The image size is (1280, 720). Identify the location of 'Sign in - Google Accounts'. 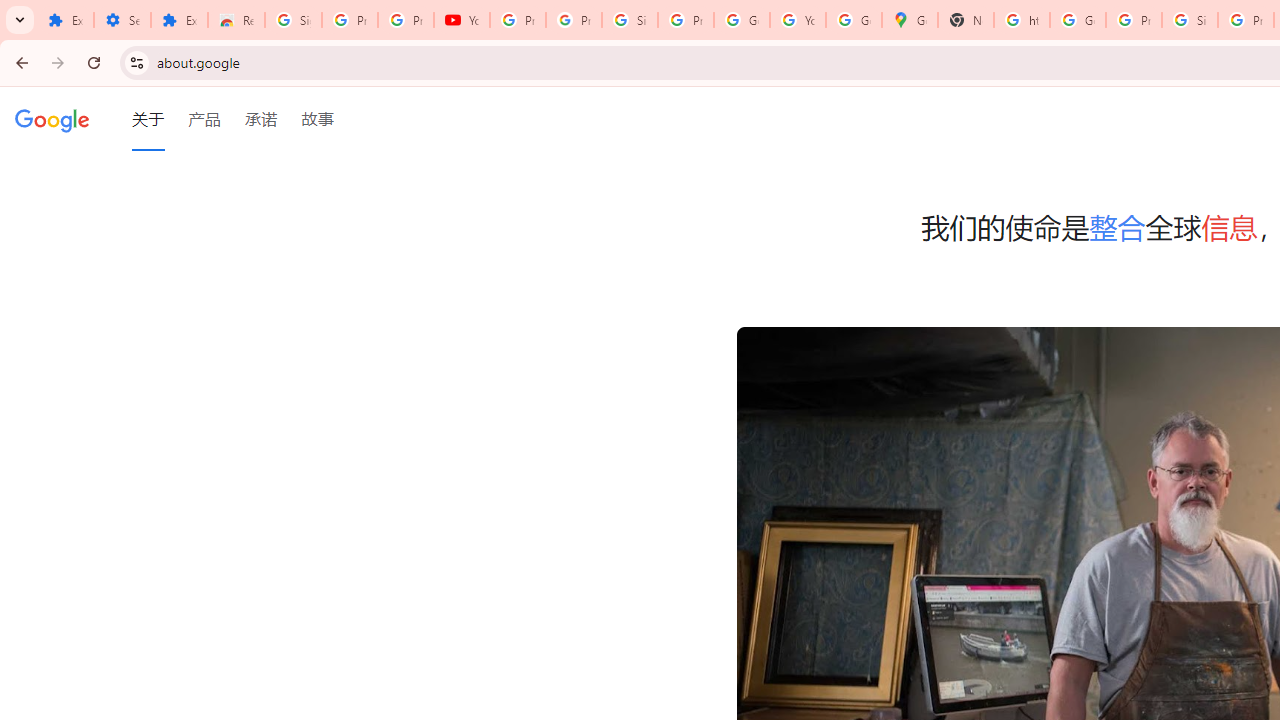
(1190, 20).